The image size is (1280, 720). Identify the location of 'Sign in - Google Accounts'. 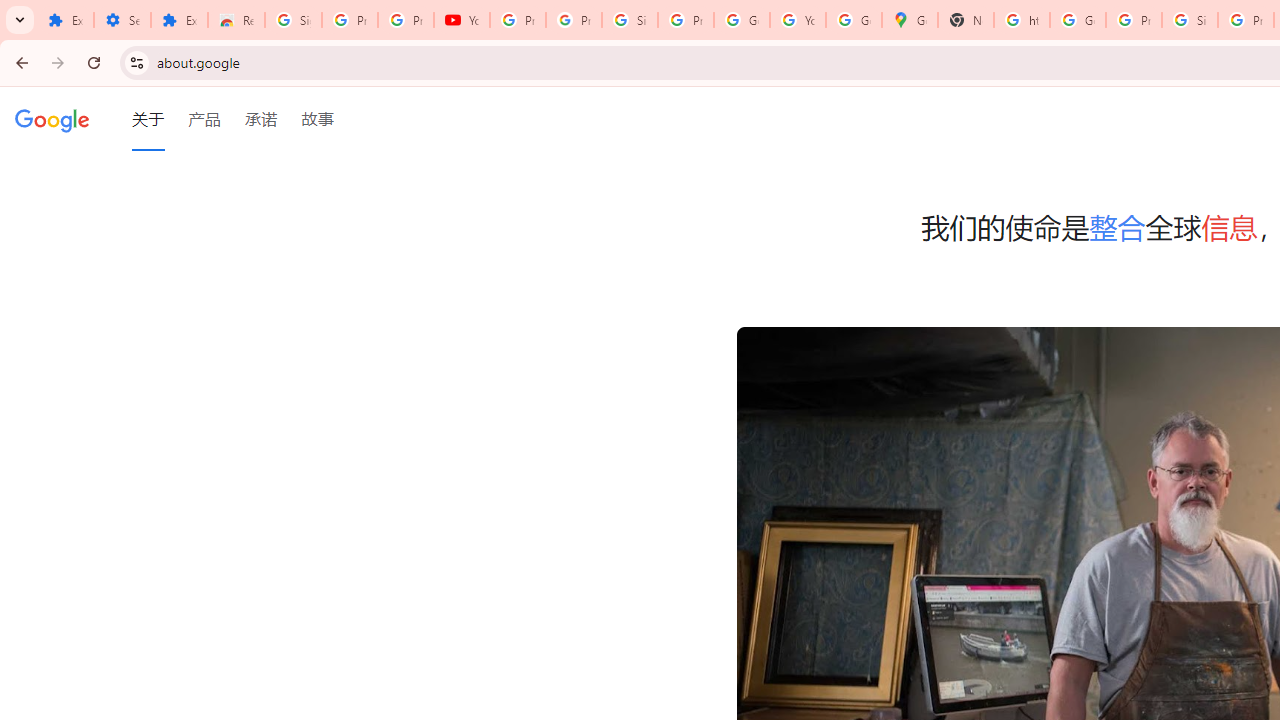
(1190, 20).